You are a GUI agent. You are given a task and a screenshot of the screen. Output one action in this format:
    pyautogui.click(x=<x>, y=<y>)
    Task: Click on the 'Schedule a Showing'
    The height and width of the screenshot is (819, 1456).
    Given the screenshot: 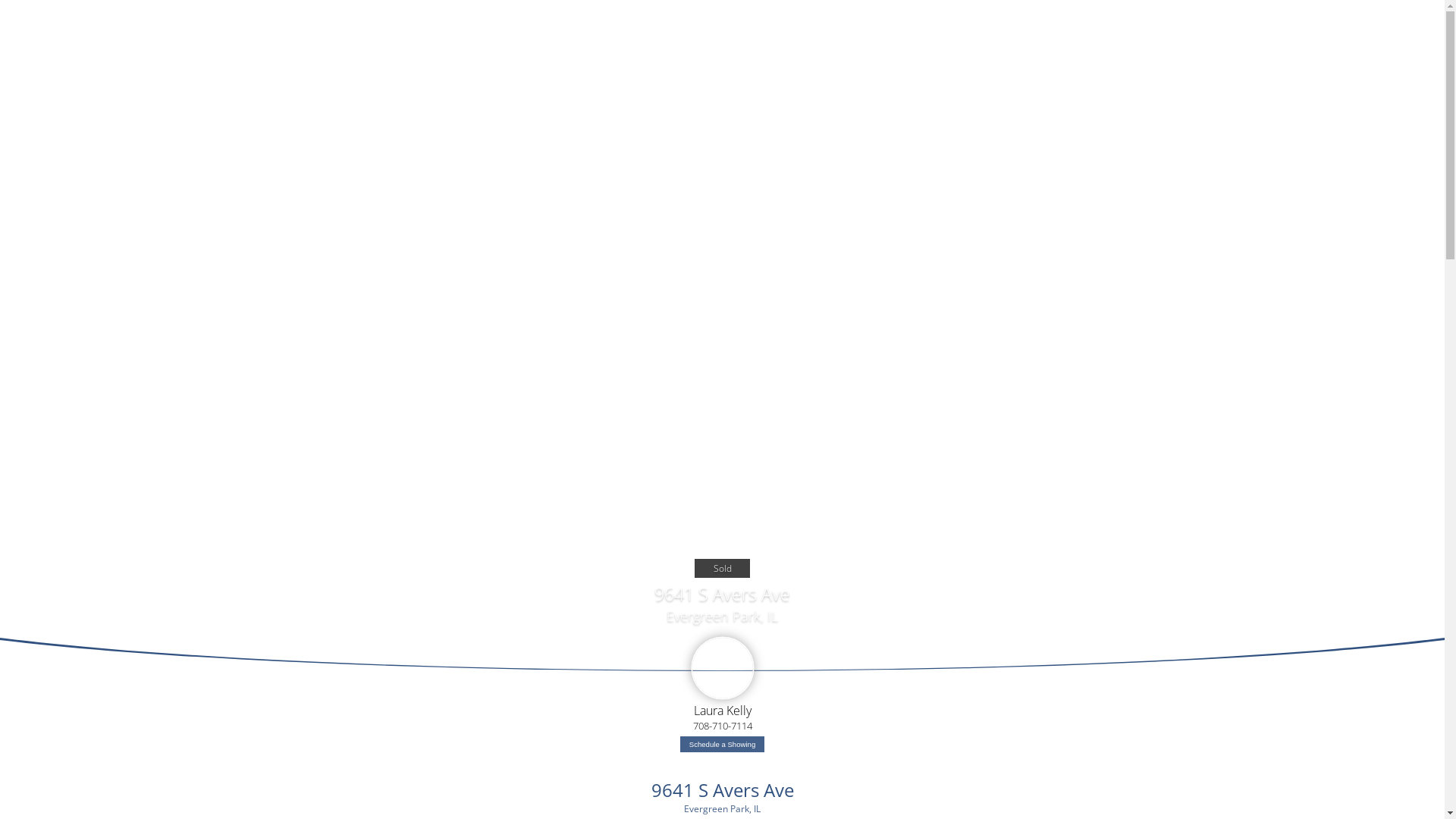 What is the action you would take?
    pyautogui.click(x=721, y=743)
    